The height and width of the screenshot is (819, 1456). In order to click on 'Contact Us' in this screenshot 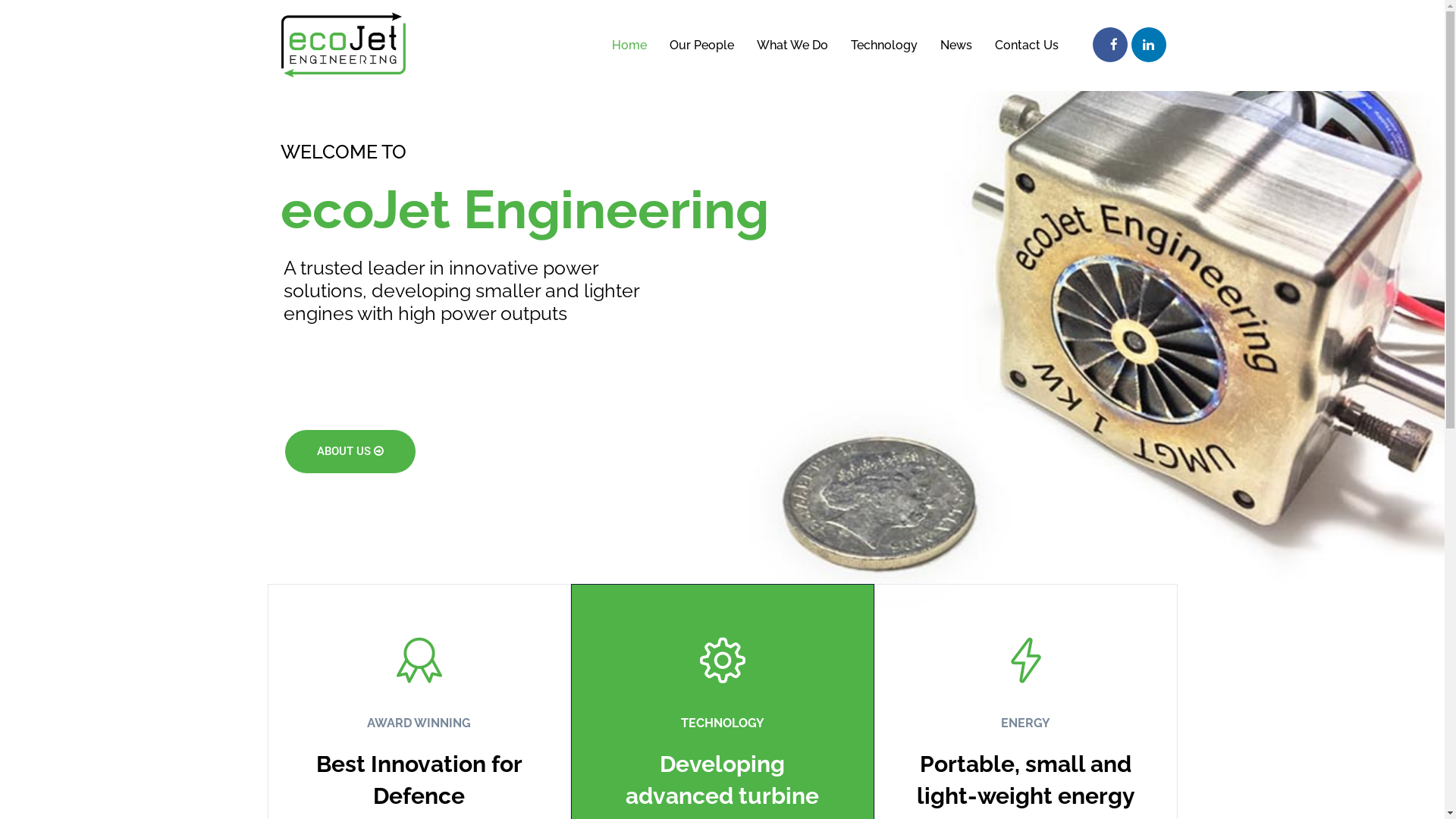, I will do `click(1026, 45)`.